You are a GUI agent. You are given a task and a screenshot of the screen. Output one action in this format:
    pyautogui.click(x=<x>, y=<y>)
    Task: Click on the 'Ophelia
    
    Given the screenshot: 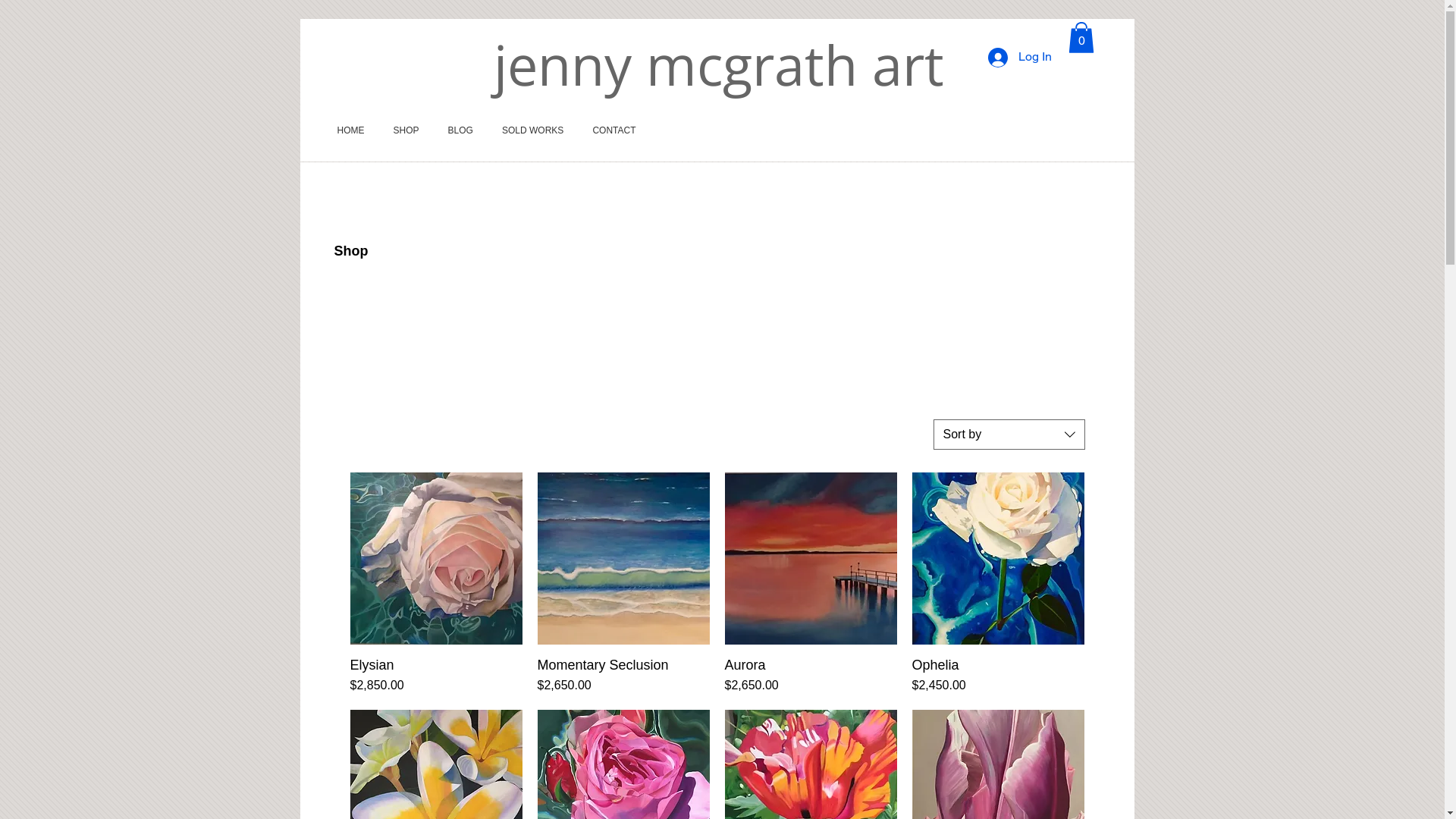 What is the action you would take?
    pyautogui.click(x=997, y=675)
    